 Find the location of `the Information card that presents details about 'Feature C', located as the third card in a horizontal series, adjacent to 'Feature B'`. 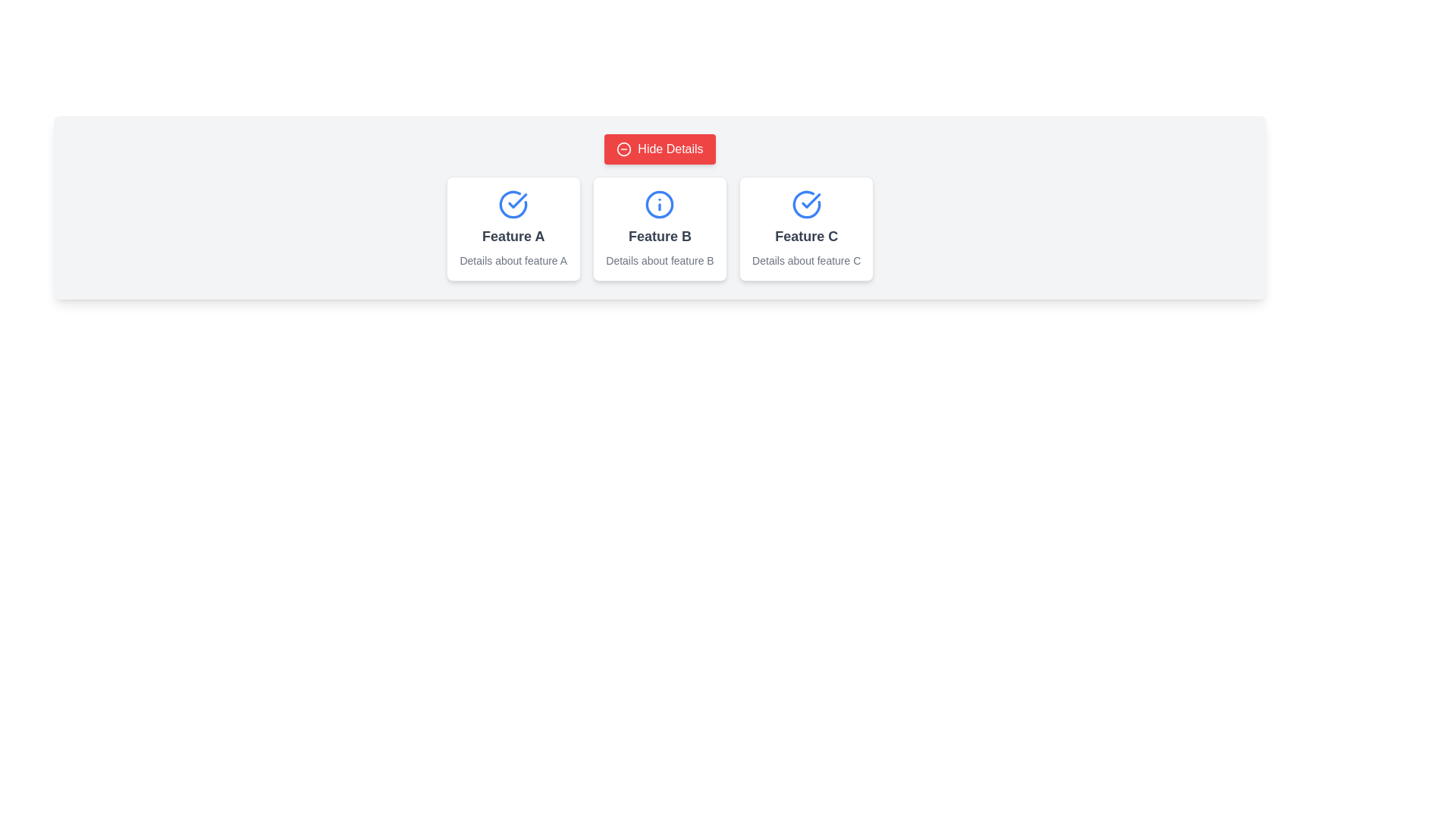

the Information card that presents details about 'Feature C', located as the third card in a horizontal series, adjacent to 'Feature B' is located at coordinates (805, 228).